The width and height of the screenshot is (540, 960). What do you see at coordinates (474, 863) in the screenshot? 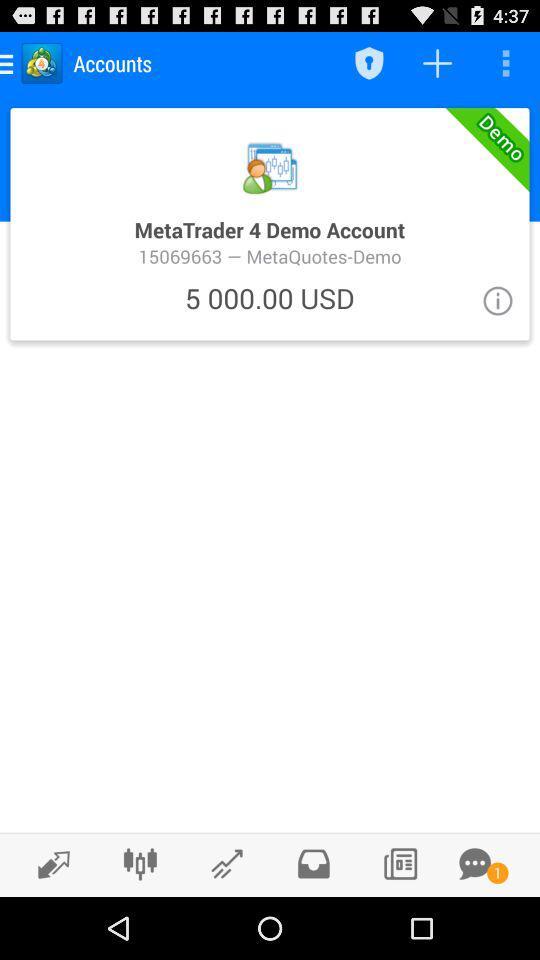
I see `messages icon` at bounding box center [474, 863].